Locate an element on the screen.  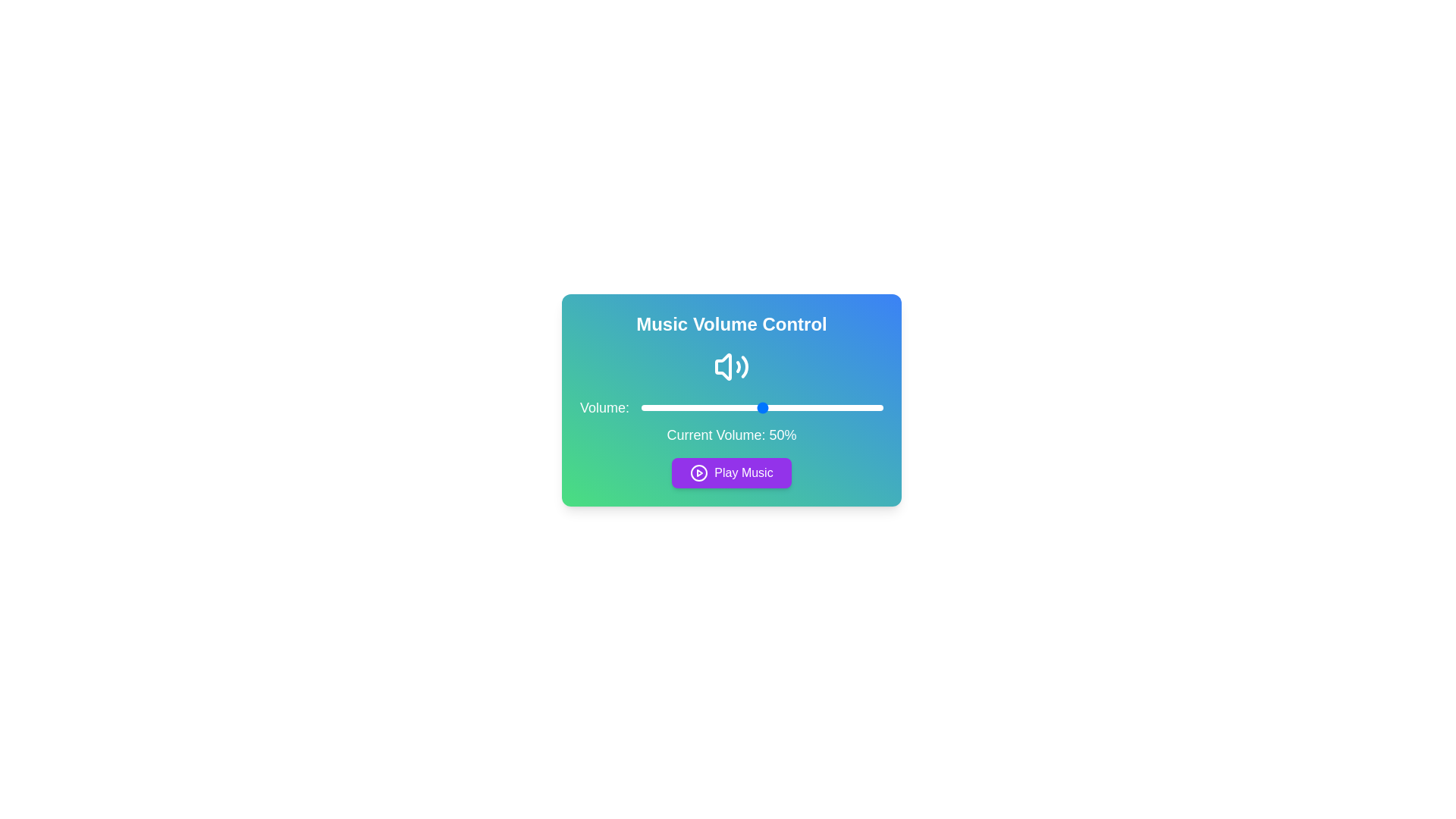
the 'Play Music' button to toggle play and pause is located at coordinates (731, 472).